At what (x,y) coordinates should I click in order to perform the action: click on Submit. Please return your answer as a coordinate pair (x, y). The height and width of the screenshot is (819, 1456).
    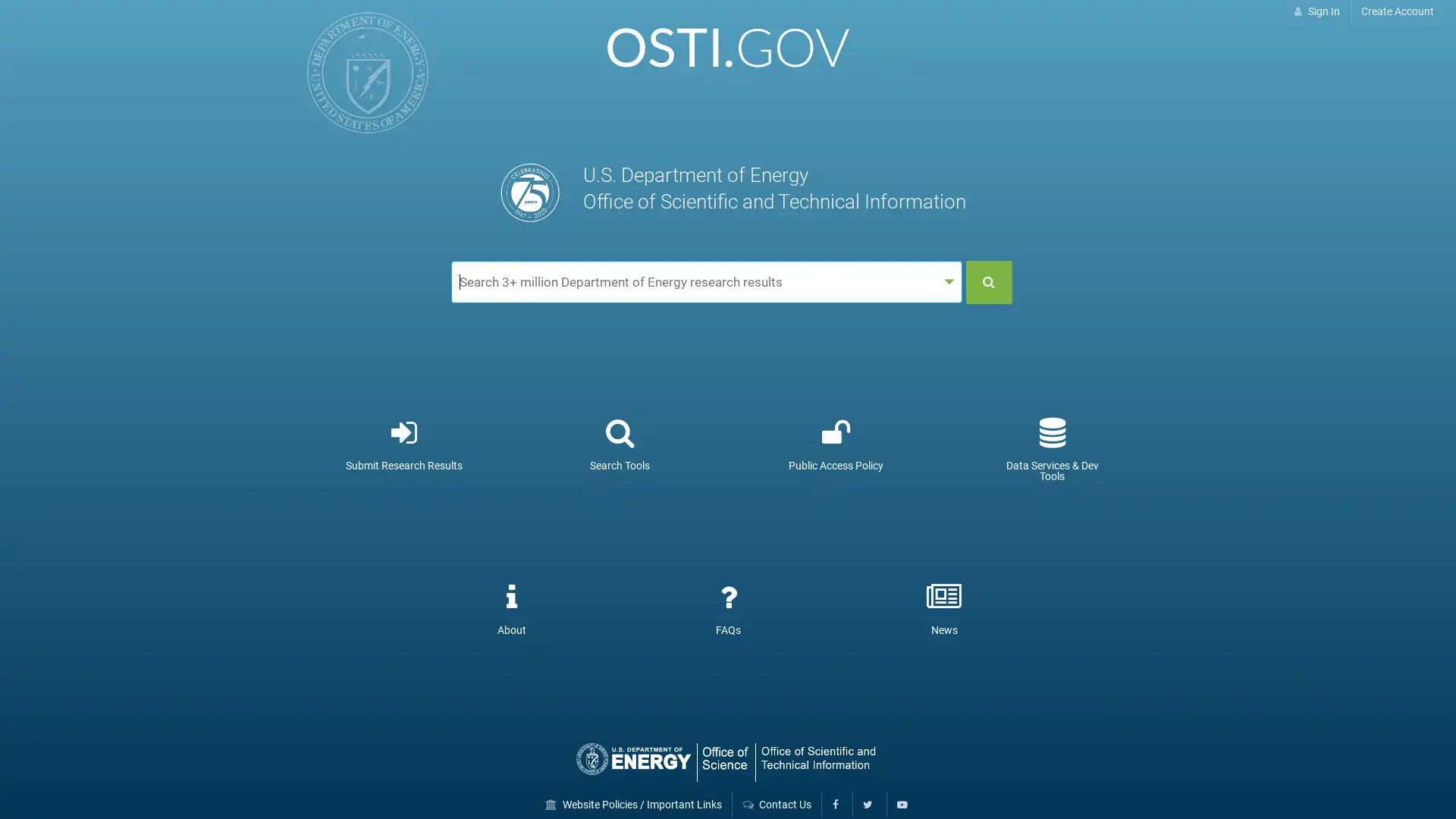
    Looking at the image, I should click on (989, 281).